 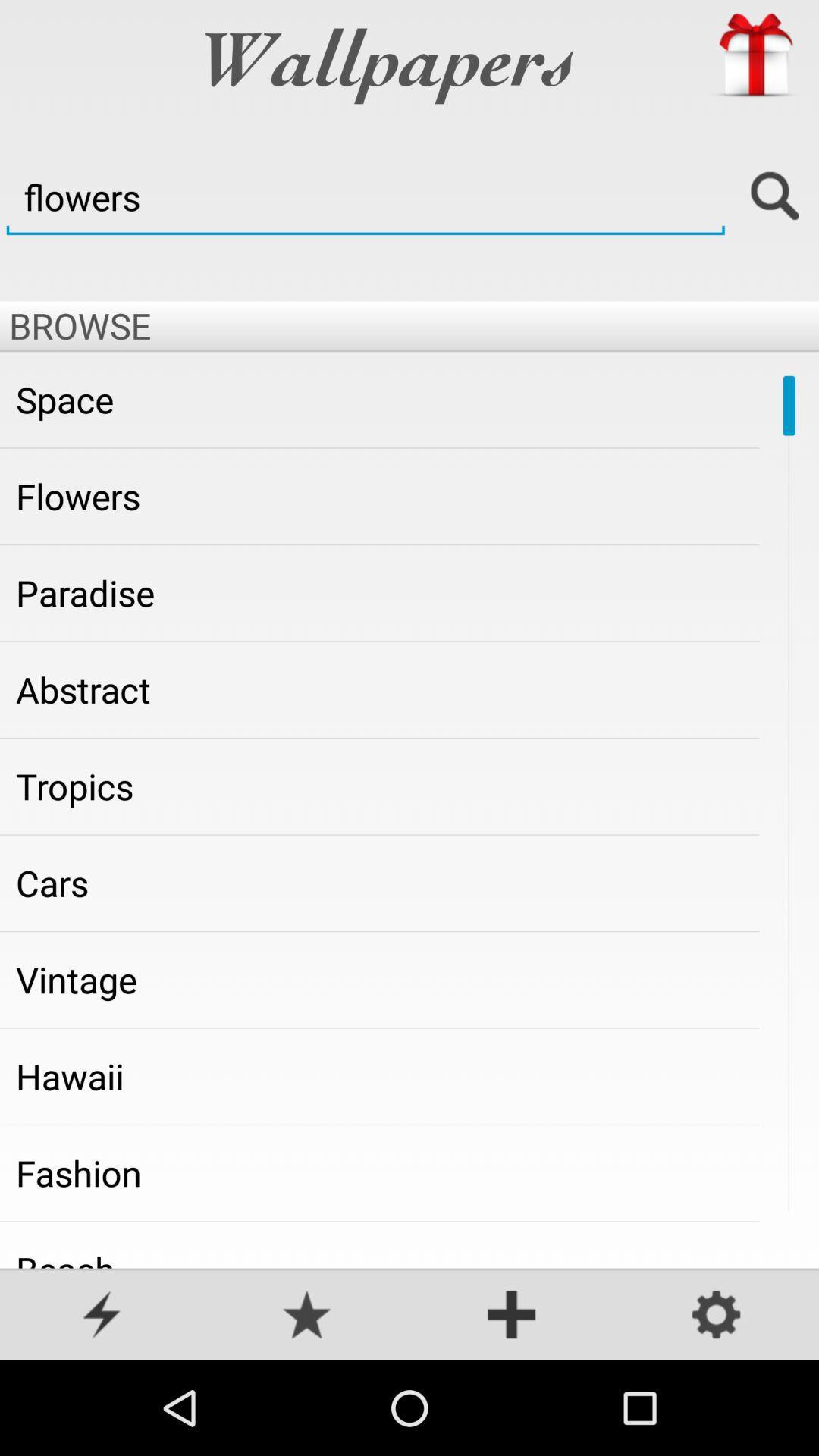 What do you see at coordinates (775, 196) in the screenshot?
I see `search button` at bounding box center [775, 196].